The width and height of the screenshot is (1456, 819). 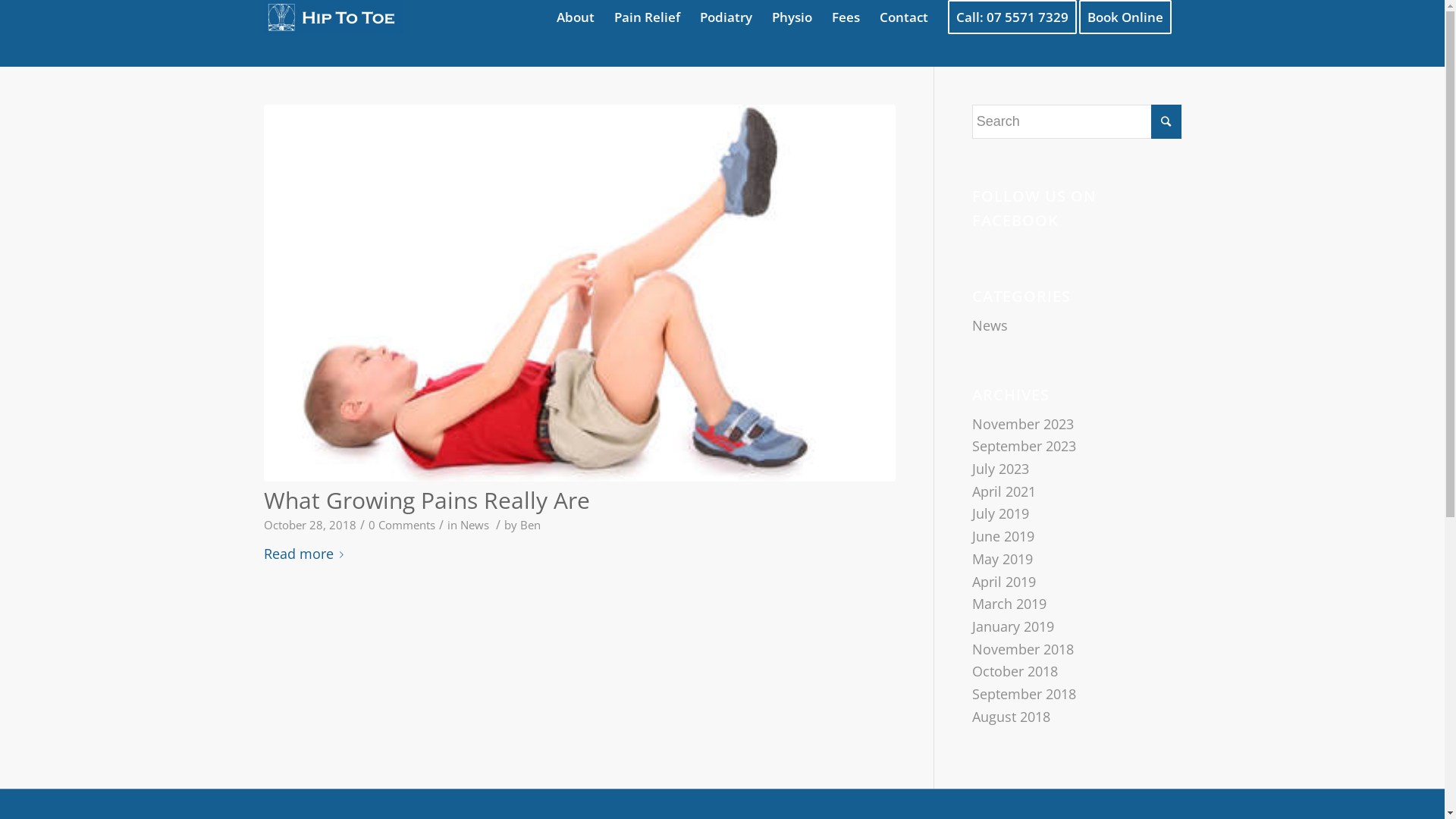 What do you see at coordinates (401, 523) in the screenshot?
I see `'0 Comments'` at bounding box center [401, 523].